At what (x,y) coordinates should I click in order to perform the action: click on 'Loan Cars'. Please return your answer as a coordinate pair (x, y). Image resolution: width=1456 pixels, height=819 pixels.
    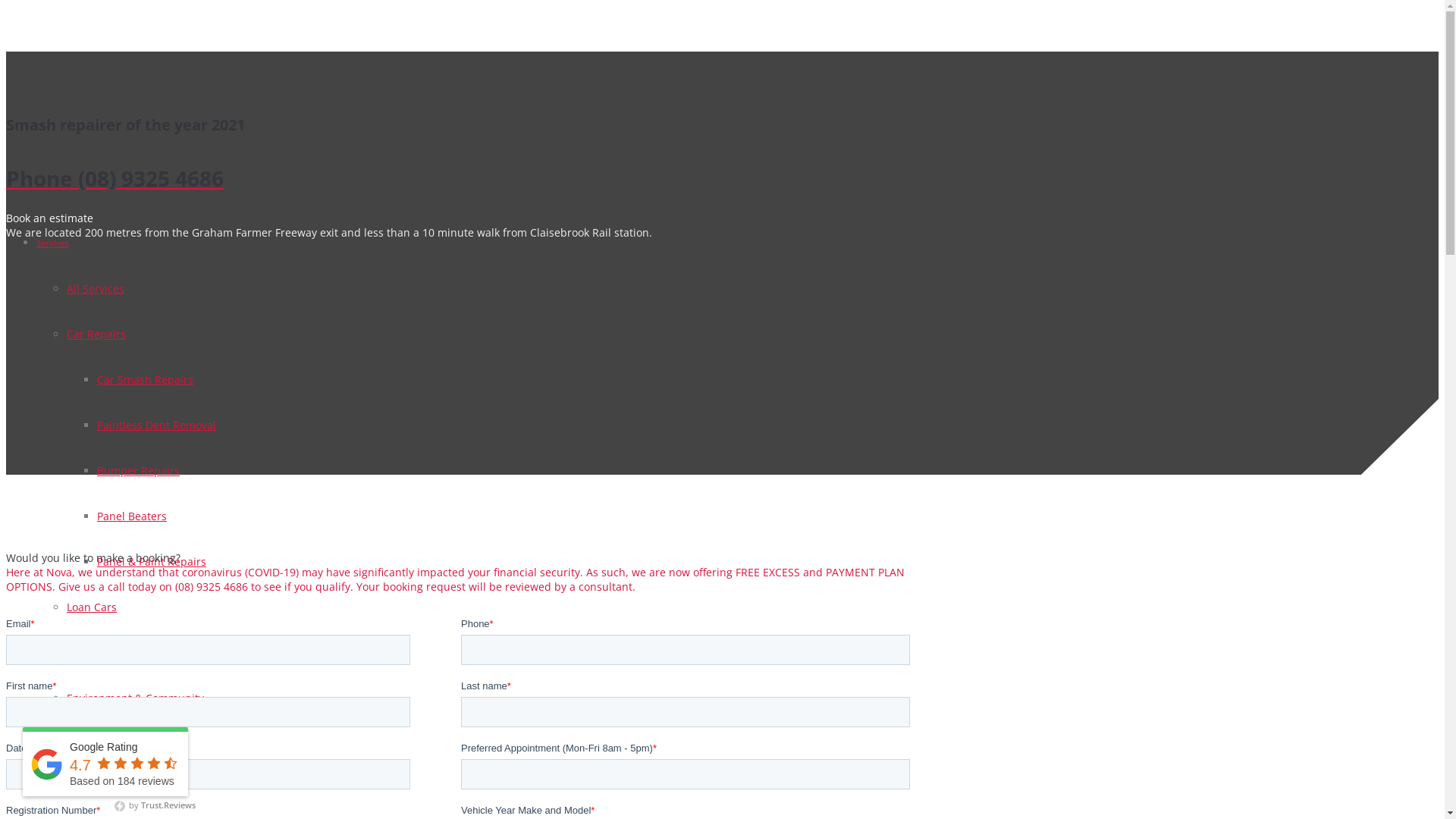
    Looking at the image, I should click on (65, 606).